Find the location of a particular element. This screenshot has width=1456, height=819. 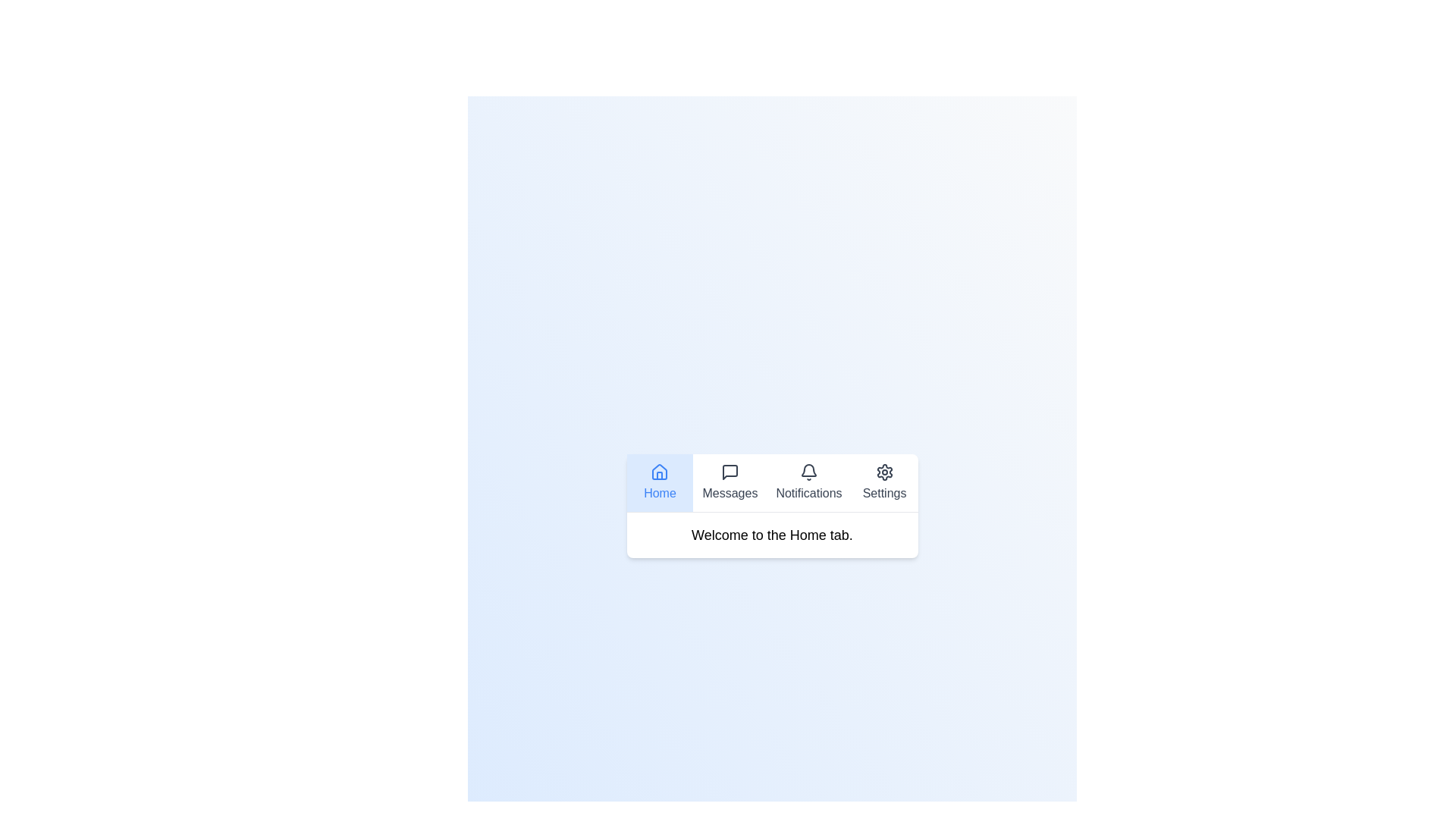

the 'Home' text label located beneath the house icon in the top navigation bar is located at coordinates (660, 493).